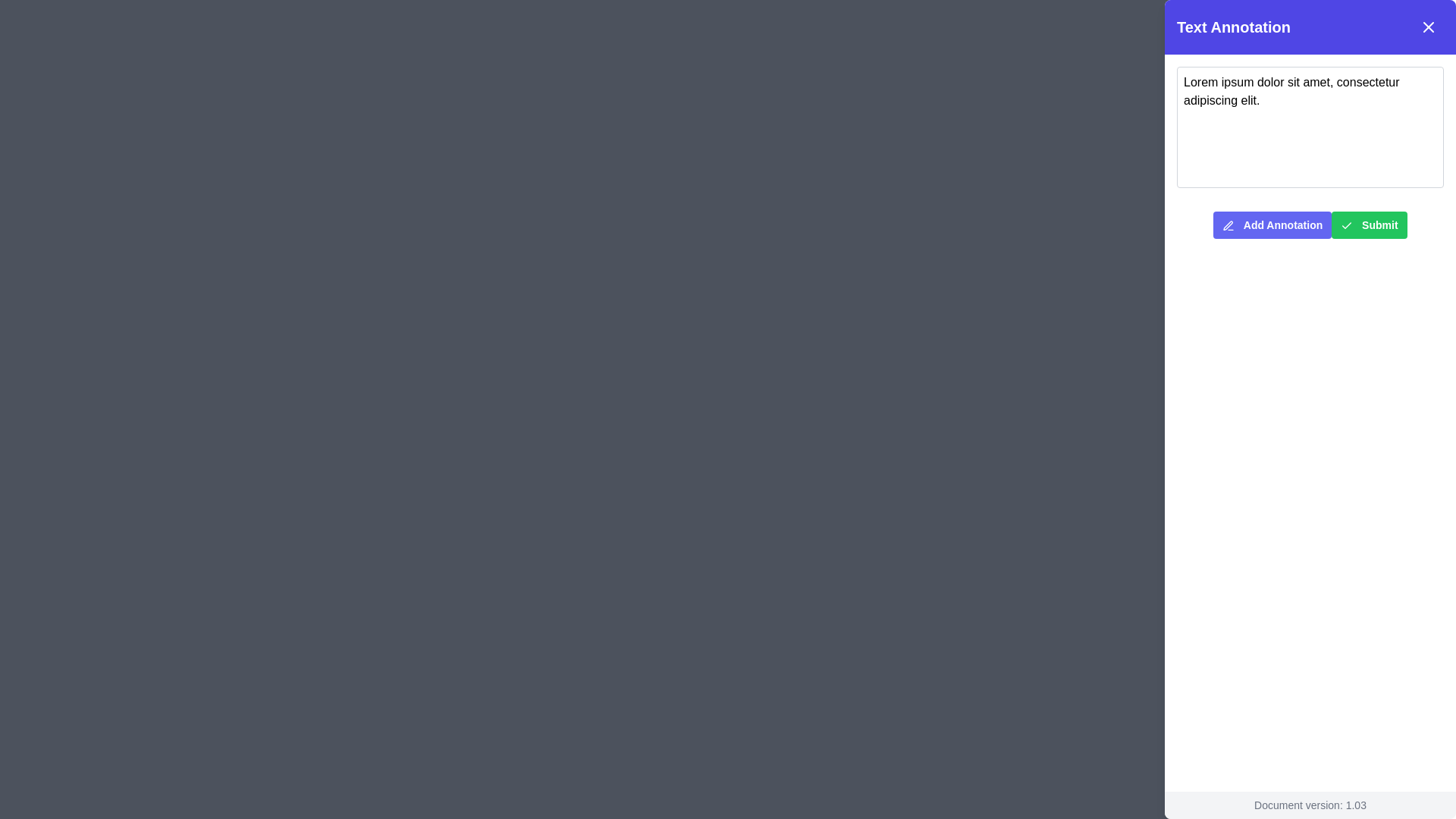  I want to click on the Text Label located in the header section at the top of the right-hand panel, positioned on the left side, which serves as a title or identifier for the section, so click(1234, 27).